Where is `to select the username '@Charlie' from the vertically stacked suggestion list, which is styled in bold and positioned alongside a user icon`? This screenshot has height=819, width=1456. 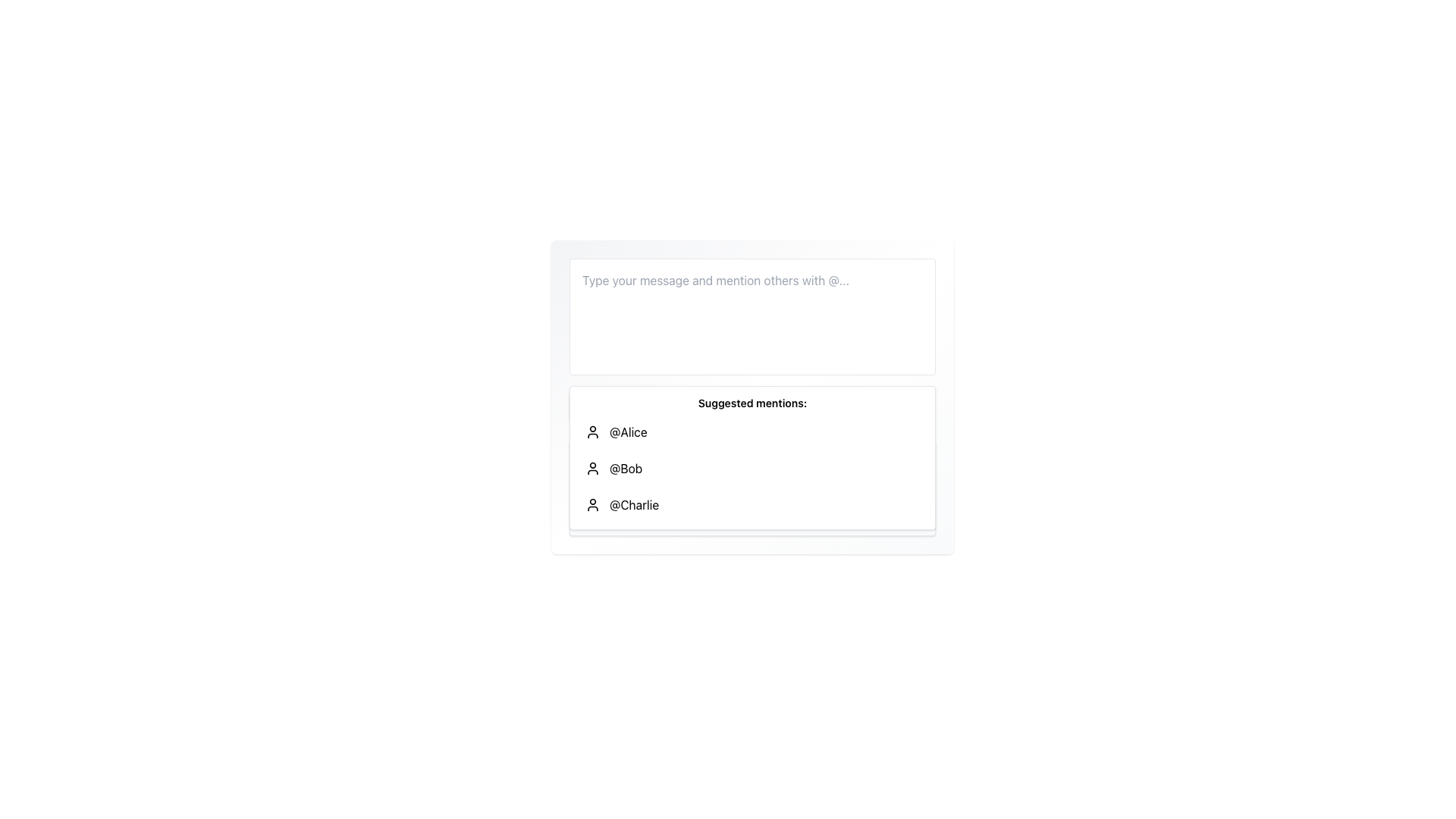 to select the username '@Charlie' from the vertically stacked suggestion list, which is styled in bold and positioned alongside a user icon is located at coordinates (634, 505).